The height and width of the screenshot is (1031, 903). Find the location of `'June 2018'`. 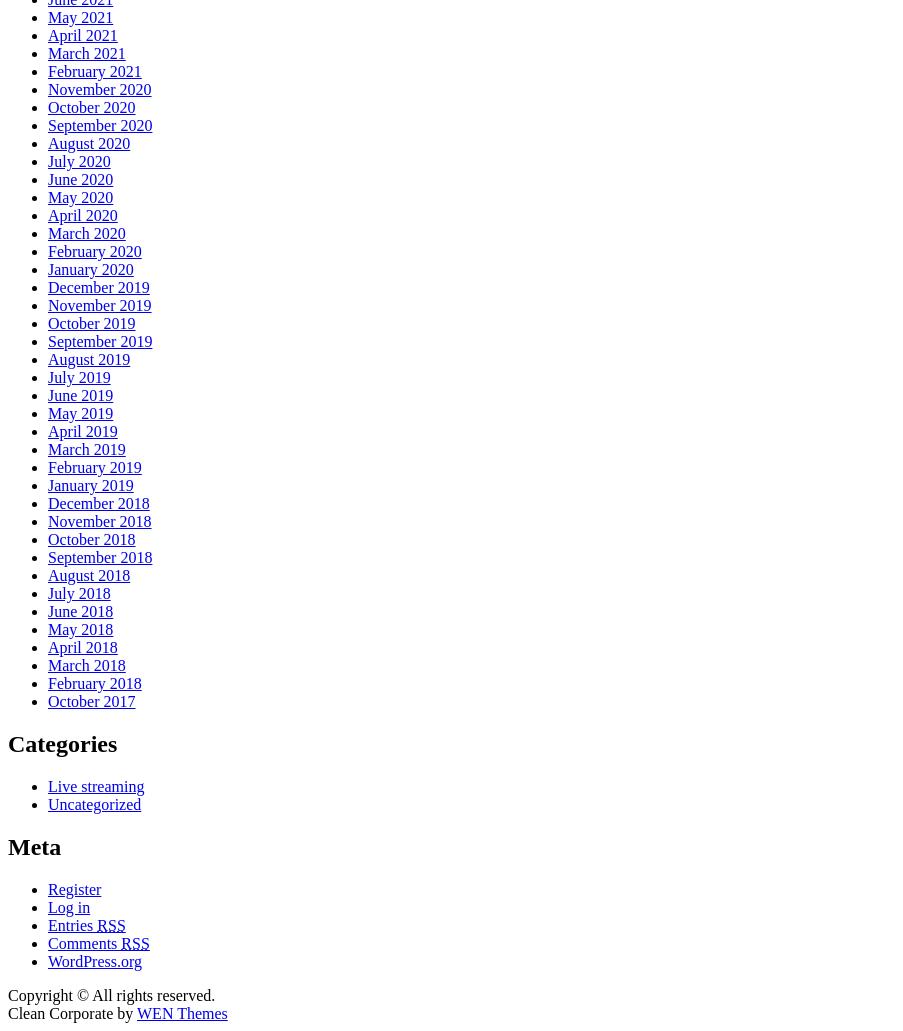

'June 2018' is located at coordinates (80, 610).